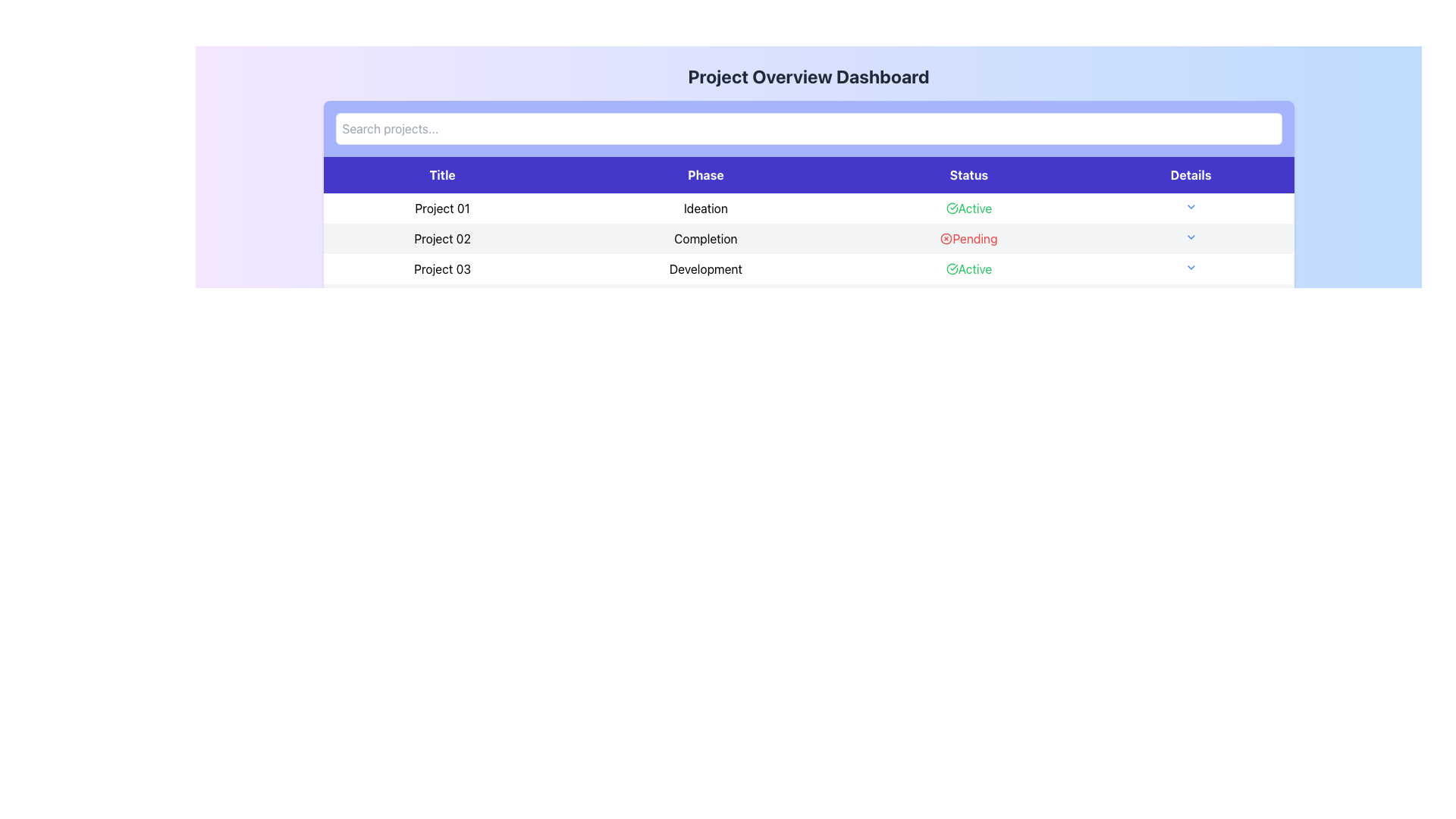 This screenshot has height=819, width=1456. Describe the element at coordinates (441, 208) in the screenshot. I see `the static text label that serves as the title for the project in the first row under the 'Title' column of the table` at that location.